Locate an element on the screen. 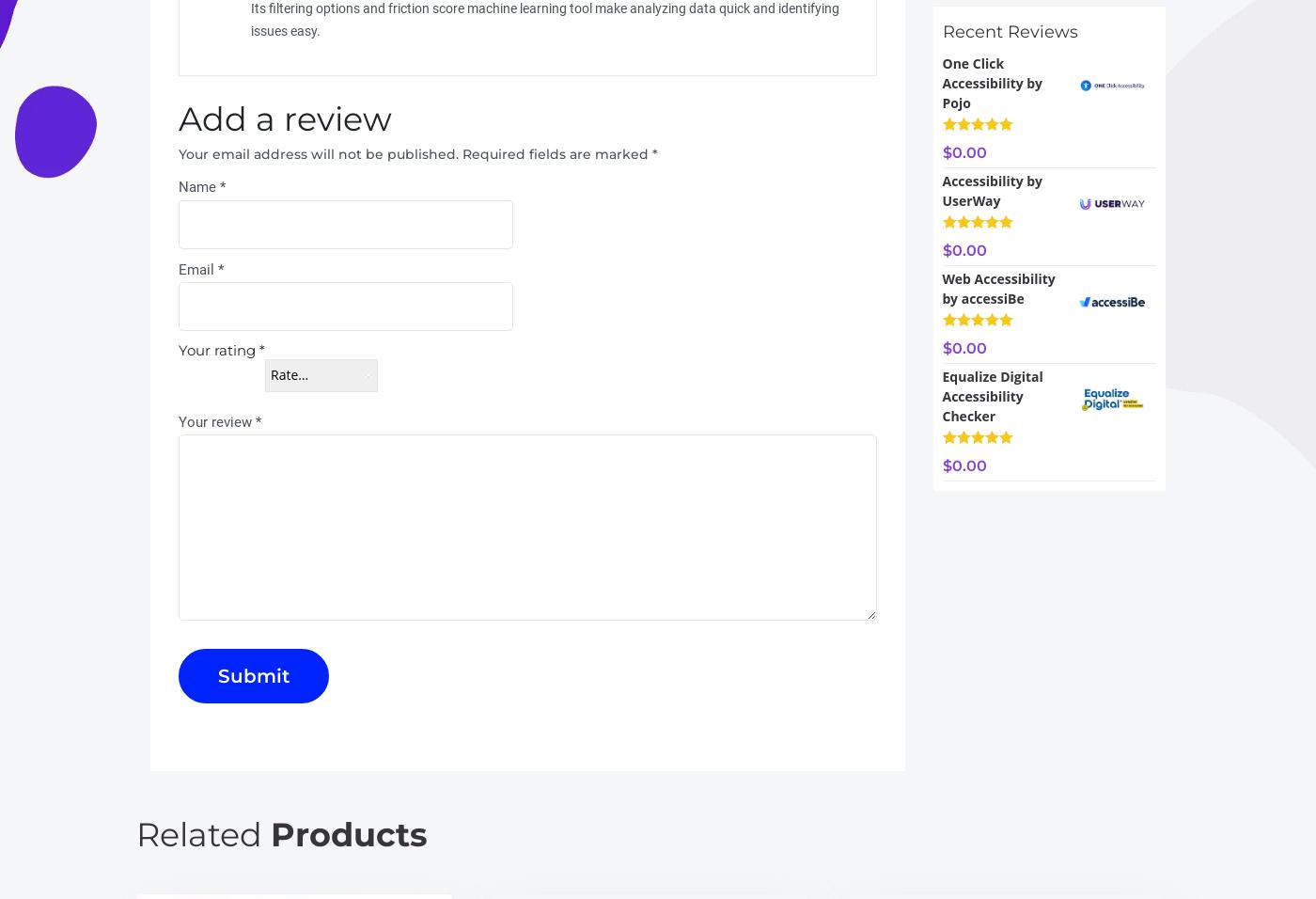 The height and width of the screenshot is (899, 1316). 'Your rating' is located at coordinates (217, 350).